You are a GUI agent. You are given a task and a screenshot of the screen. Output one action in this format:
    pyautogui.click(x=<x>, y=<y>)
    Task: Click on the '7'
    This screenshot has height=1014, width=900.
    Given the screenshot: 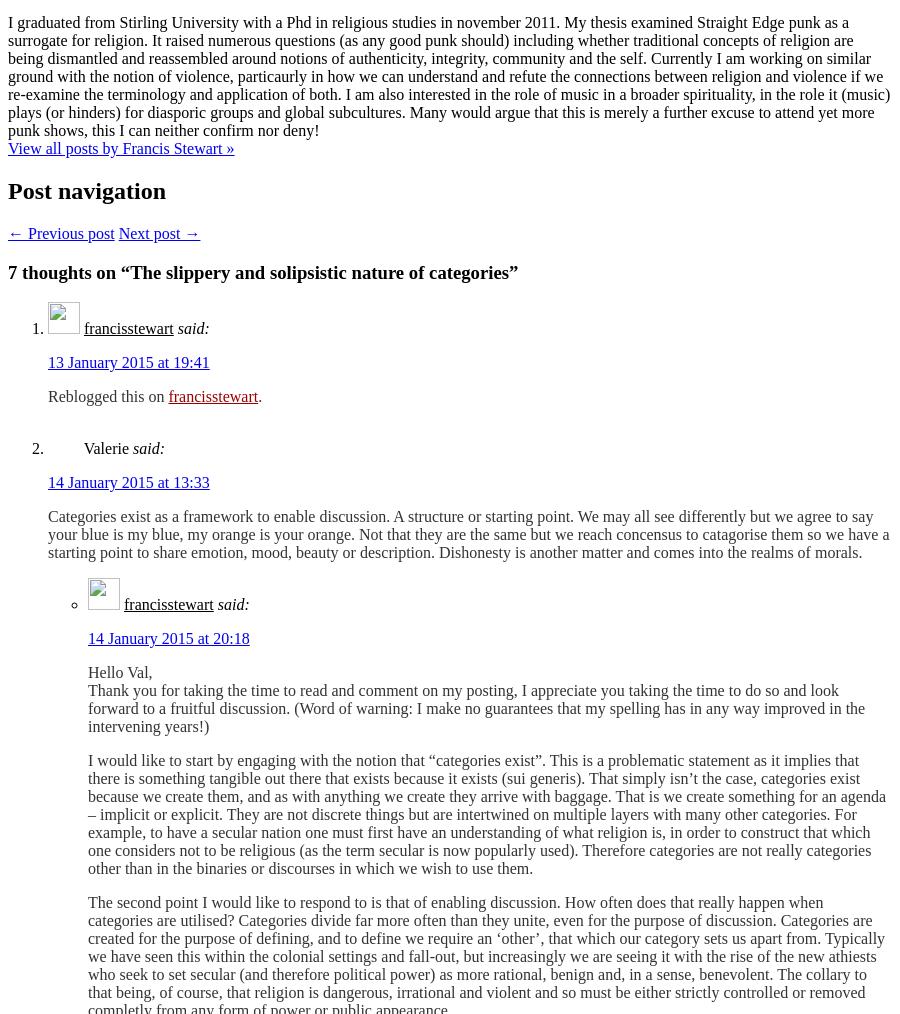 What is the action you would take?
    pyautogui.click(x=11, y=271)
    